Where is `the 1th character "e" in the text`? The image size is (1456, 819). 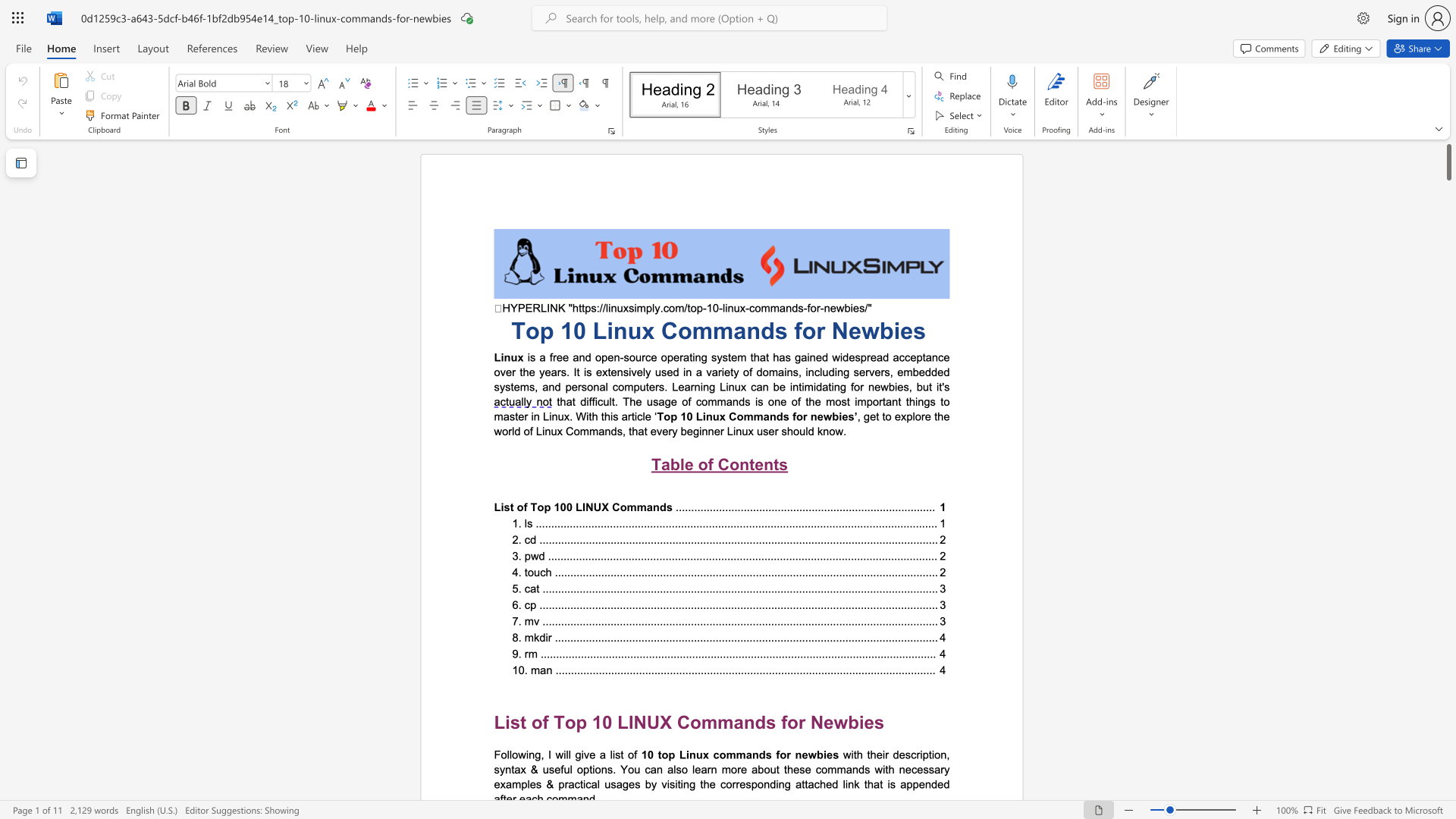 the 1th character "e" in the text is located at coordinates (804, 755).